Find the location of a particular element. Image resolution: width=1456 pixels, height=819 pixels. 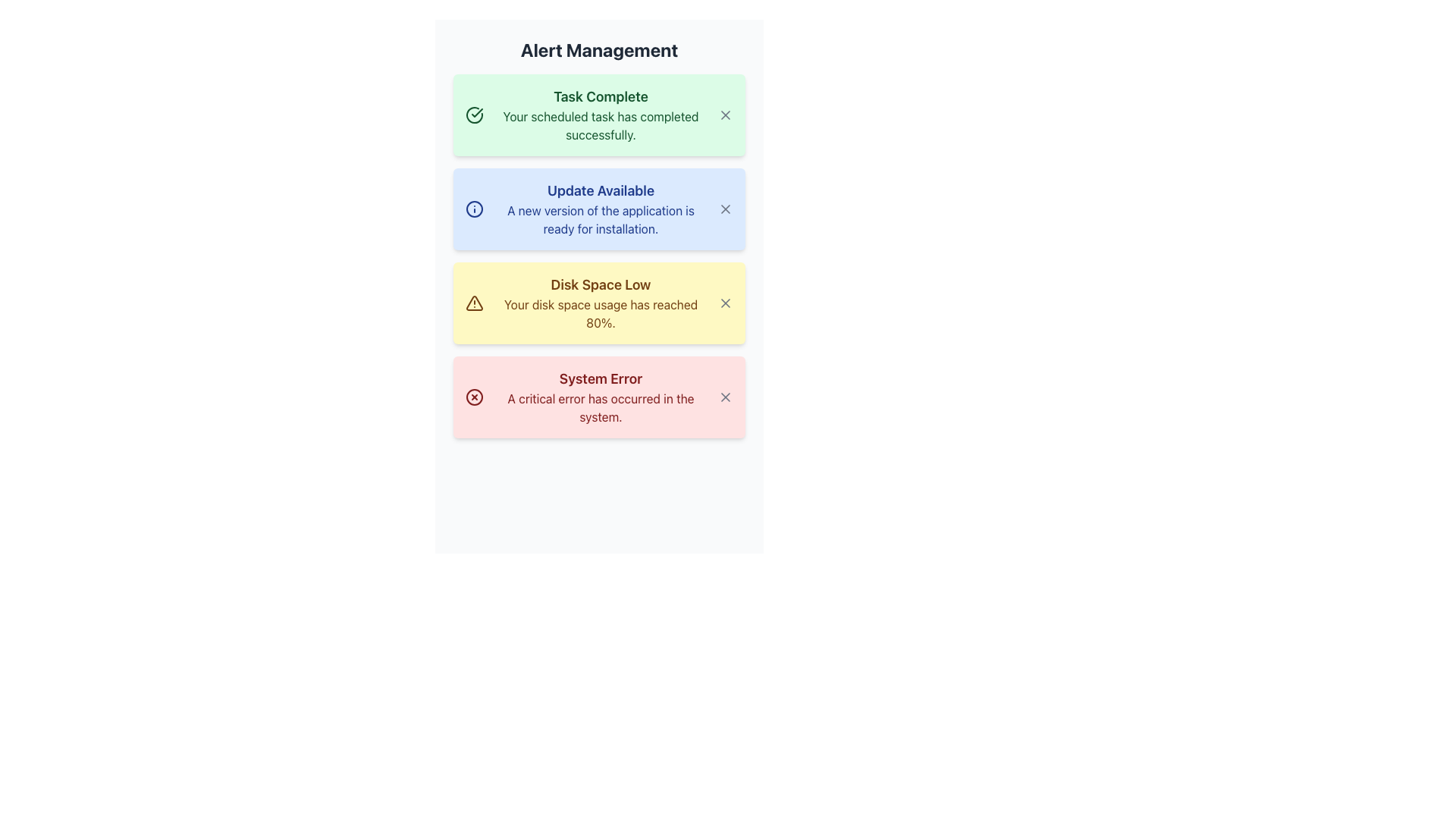

the error message displayed in the Text block located at the bottom of the alert notifications list, which is the fourth item in the column is located at coordinates (600, 397).